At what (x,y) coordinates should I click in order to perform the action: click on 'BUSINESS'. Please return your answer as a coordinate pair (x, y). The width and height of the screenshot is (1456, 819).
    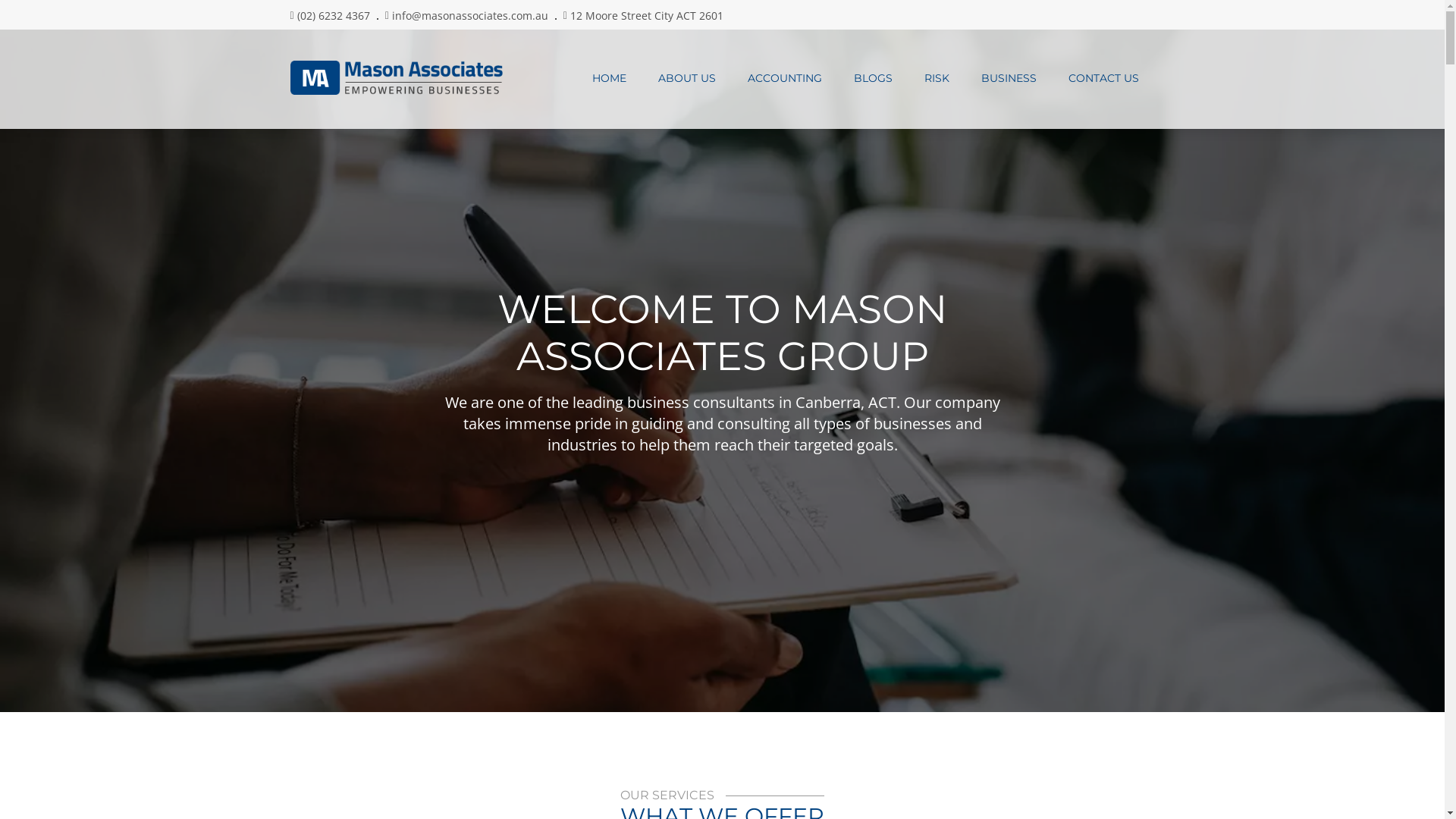
    Looking at the image, I should click on (1008, 78).